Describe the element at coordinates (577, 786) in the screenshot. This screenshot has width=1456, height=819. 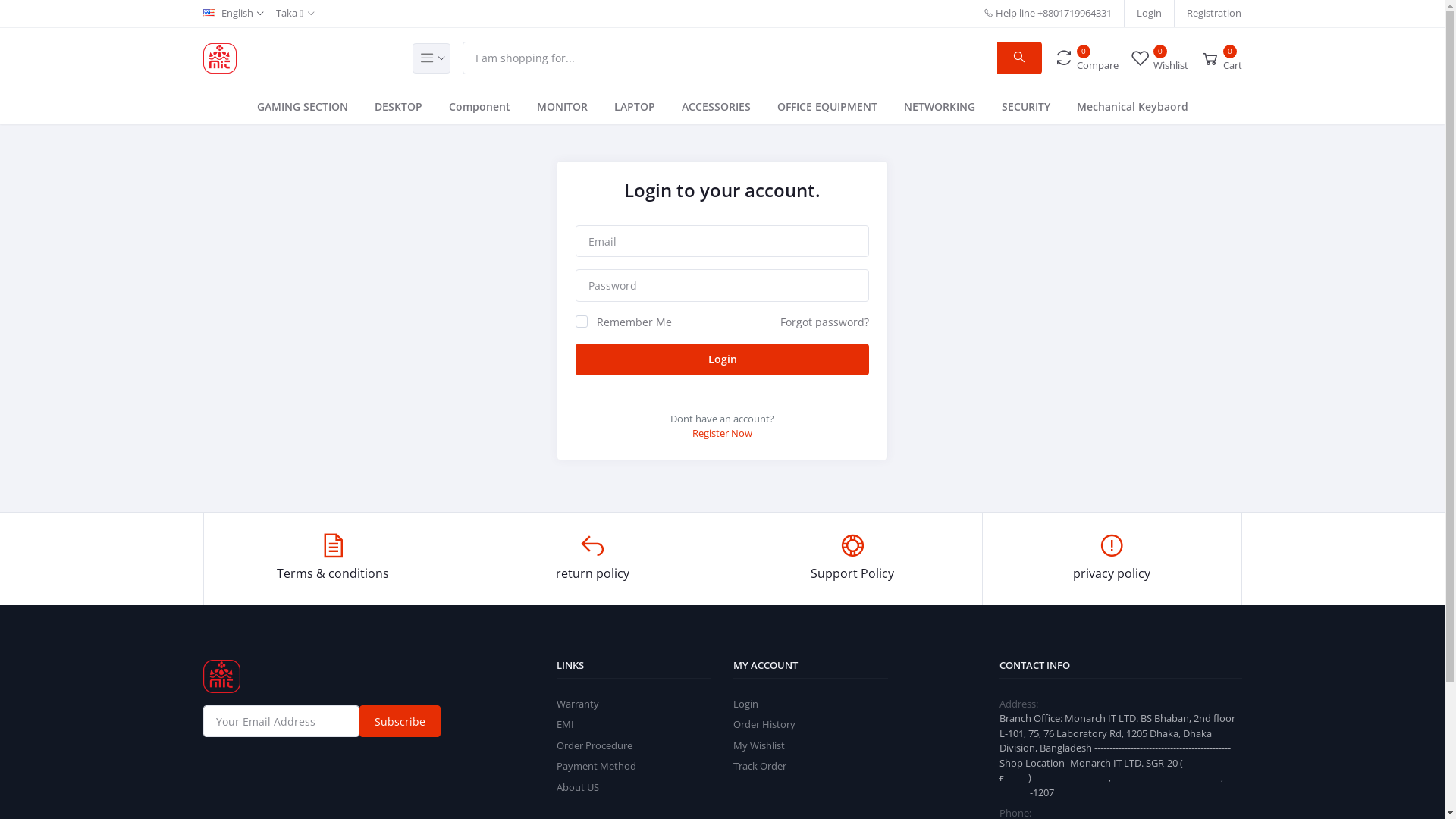
I see `'About US'` at that location.